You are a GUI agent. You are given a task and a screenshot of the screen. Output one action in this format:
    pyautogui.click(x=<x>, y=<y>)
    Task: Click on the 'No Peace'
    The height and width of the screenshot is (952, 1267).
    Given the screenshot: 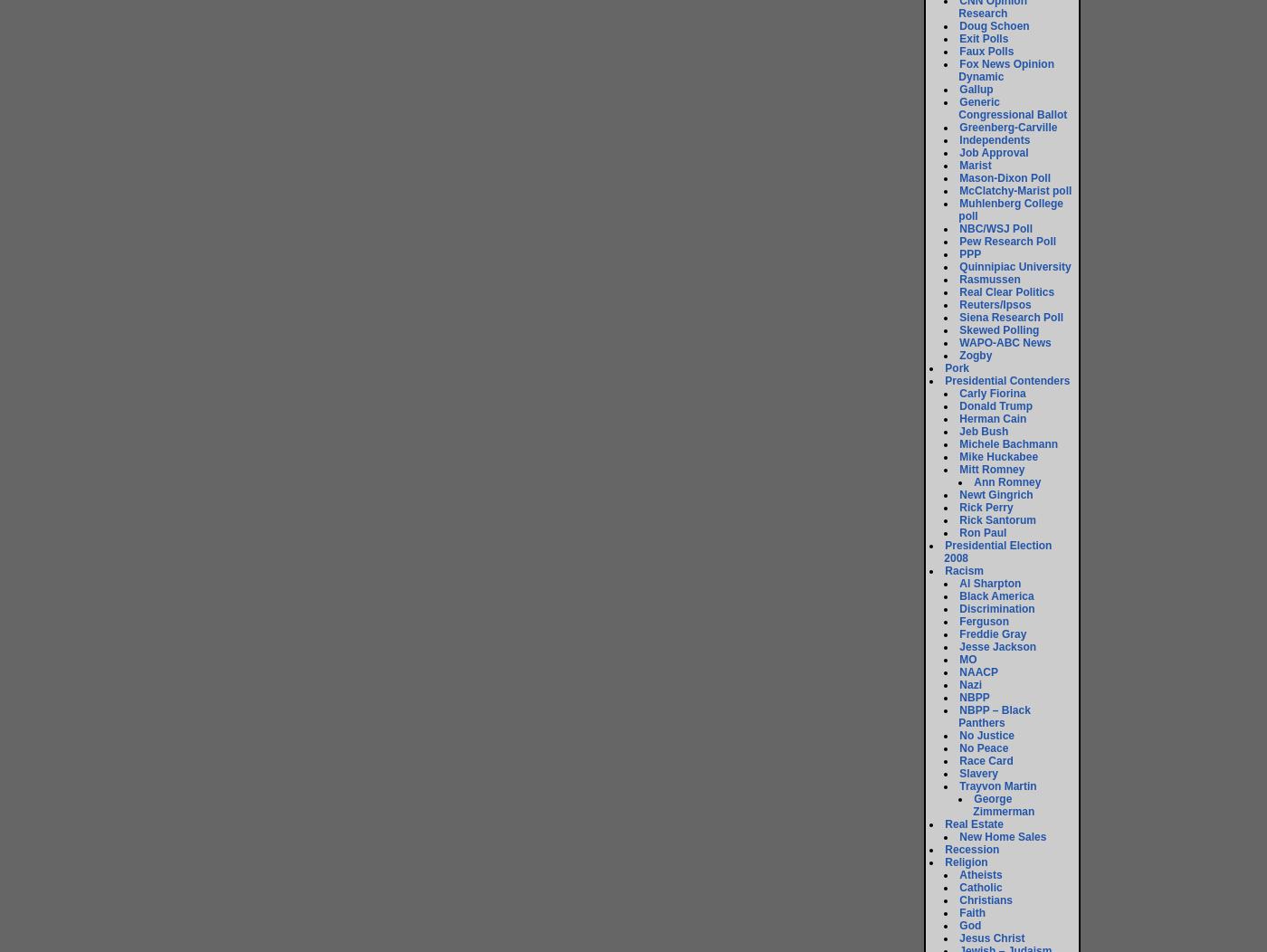 What is the action you would take?
    pyautogui.click(x=983, y=747)
    